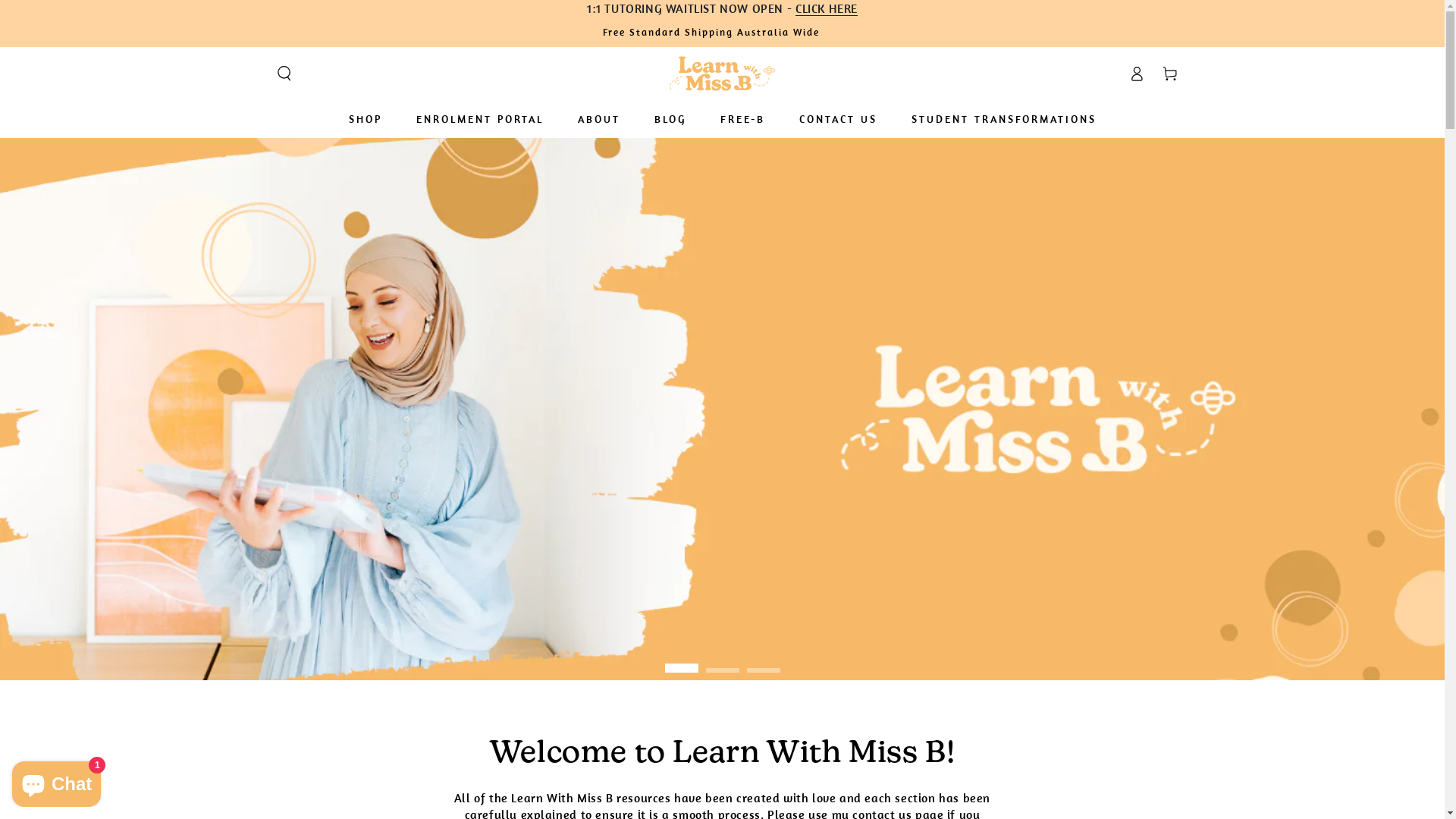  I want to click on 'STUDENT TRANSFORMATIONS', so click(1003, 118).